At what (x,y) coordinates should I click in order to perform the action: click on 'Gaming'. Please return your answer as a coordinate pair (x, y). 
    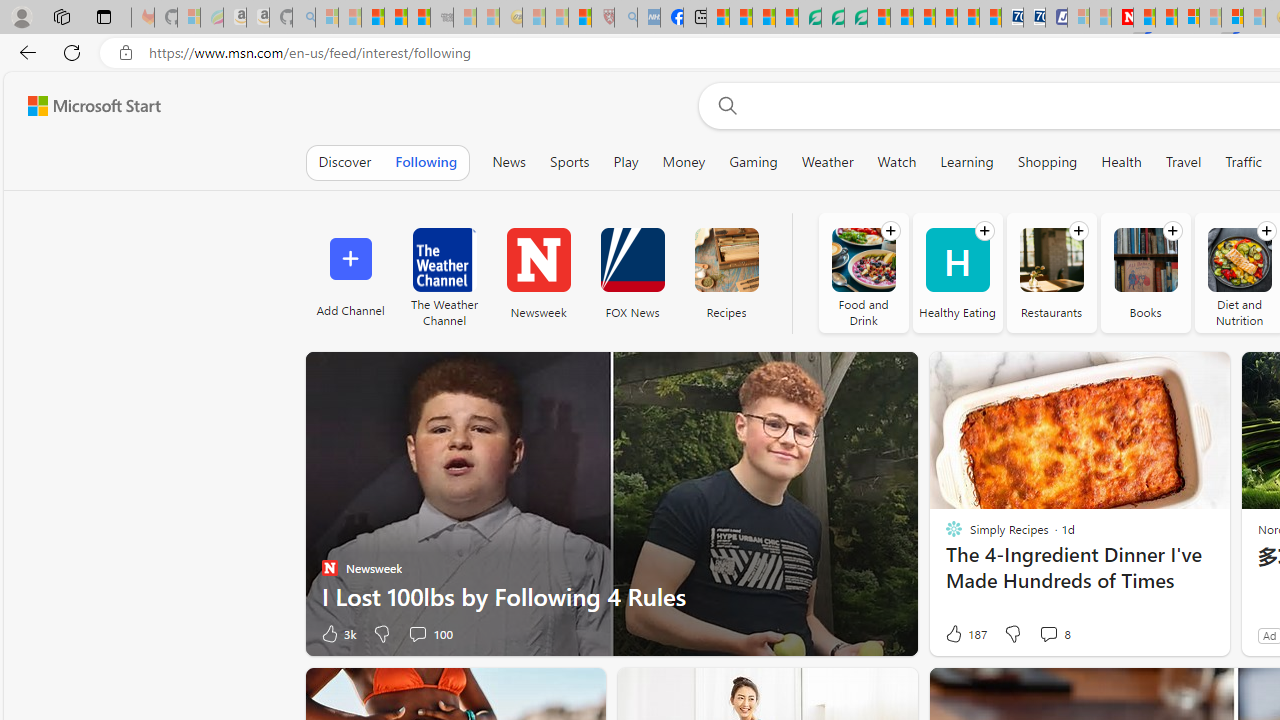
    Looking at the image, I should click on (752, 161).